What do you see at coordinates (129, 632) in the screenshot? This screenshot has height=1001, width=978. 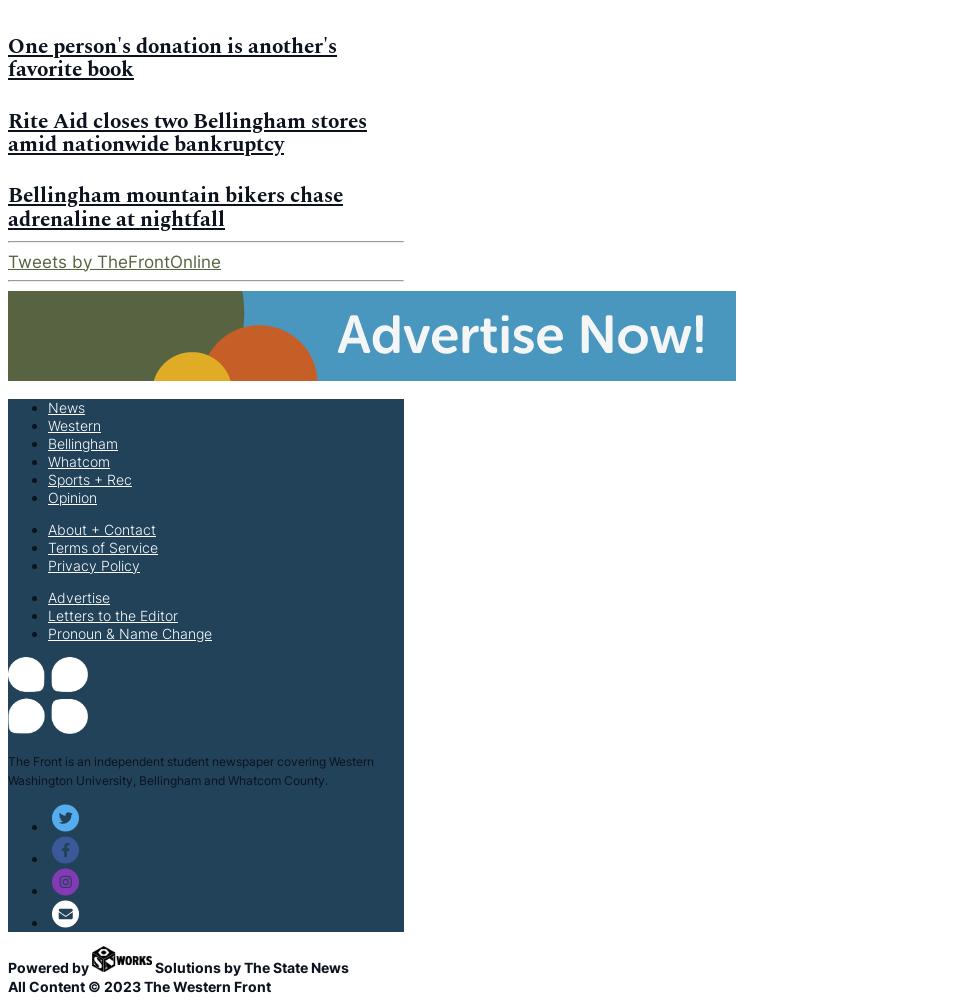 I see `'Pronoun & Name Change'` at bounding box center [129, 632].